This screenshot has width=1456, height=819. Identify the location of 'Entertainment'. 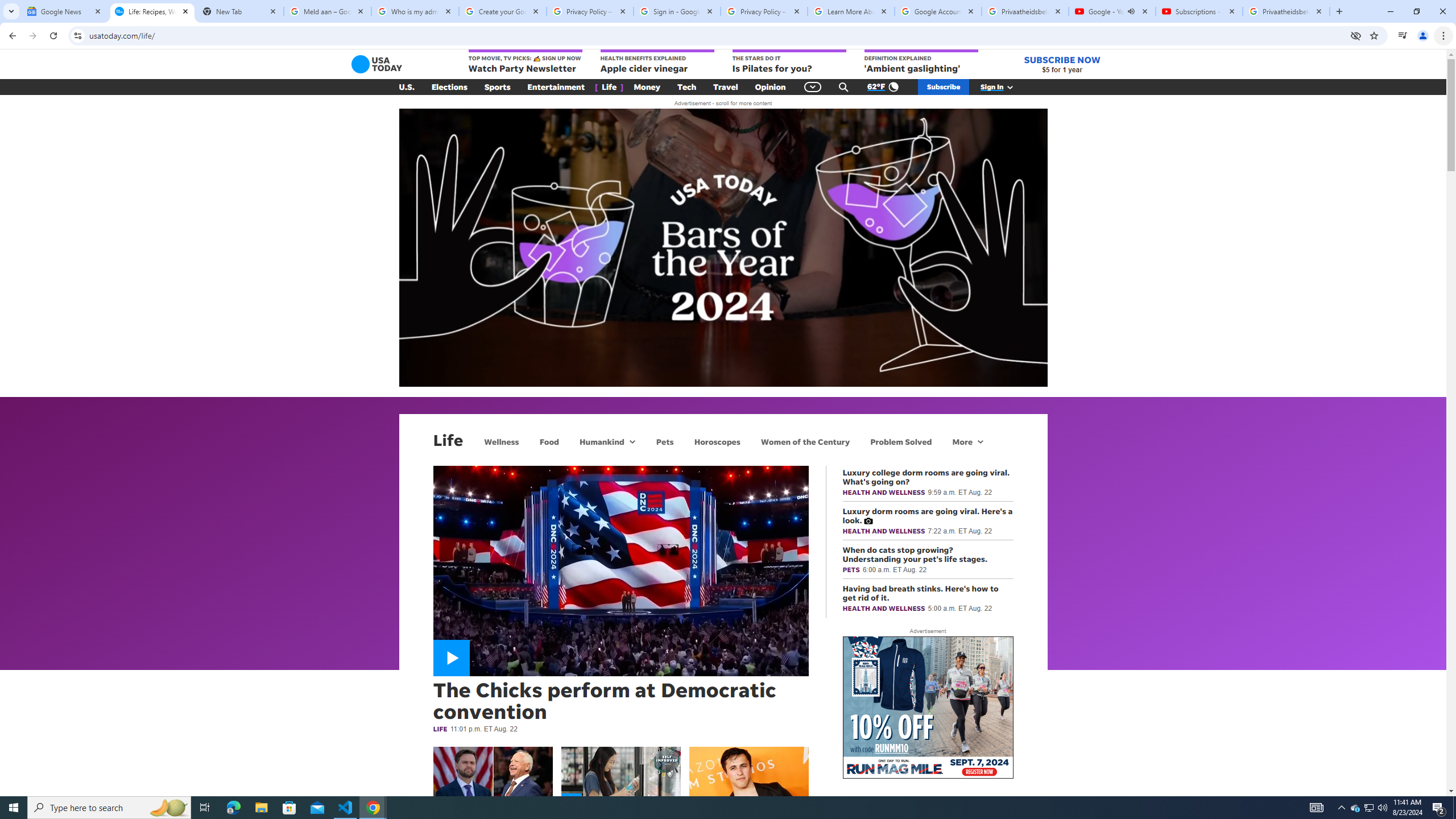
(556, 87).